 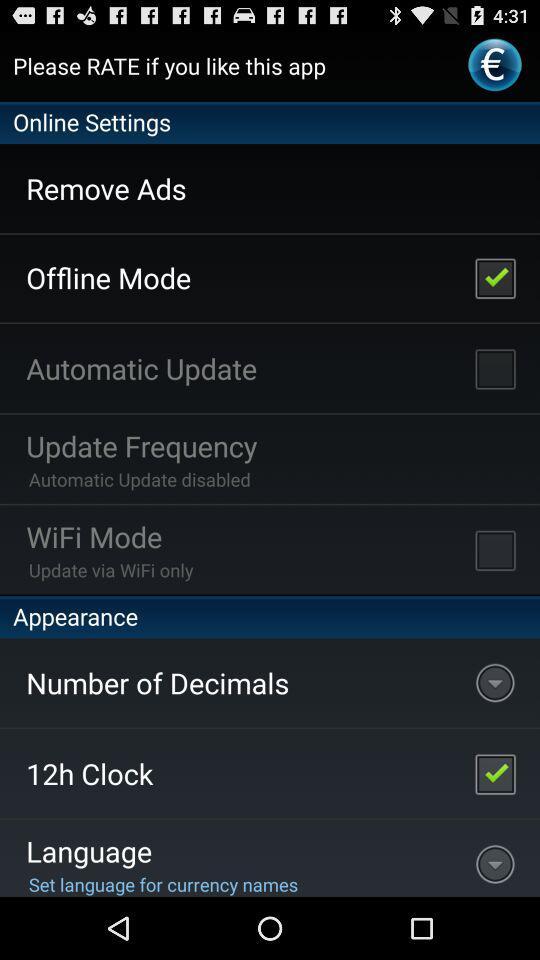 I want to click on auto updates, so click(x=494, y=367).